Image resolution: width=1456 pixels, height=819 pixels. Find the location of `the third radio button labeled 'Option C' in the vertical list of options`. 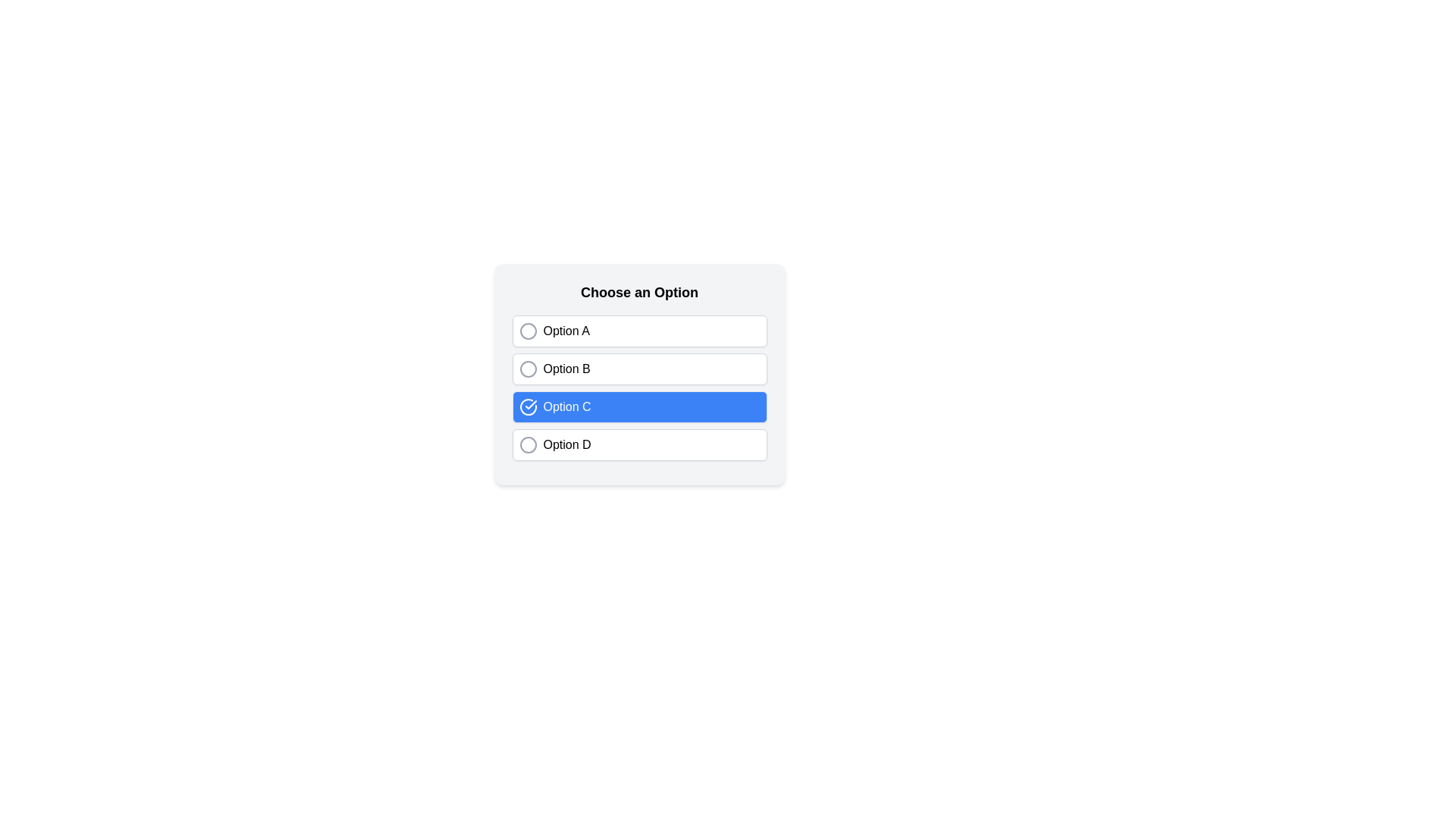

the third radio button labeled 'Option C' in the vertical list of options is located at coordinates (639, 388).